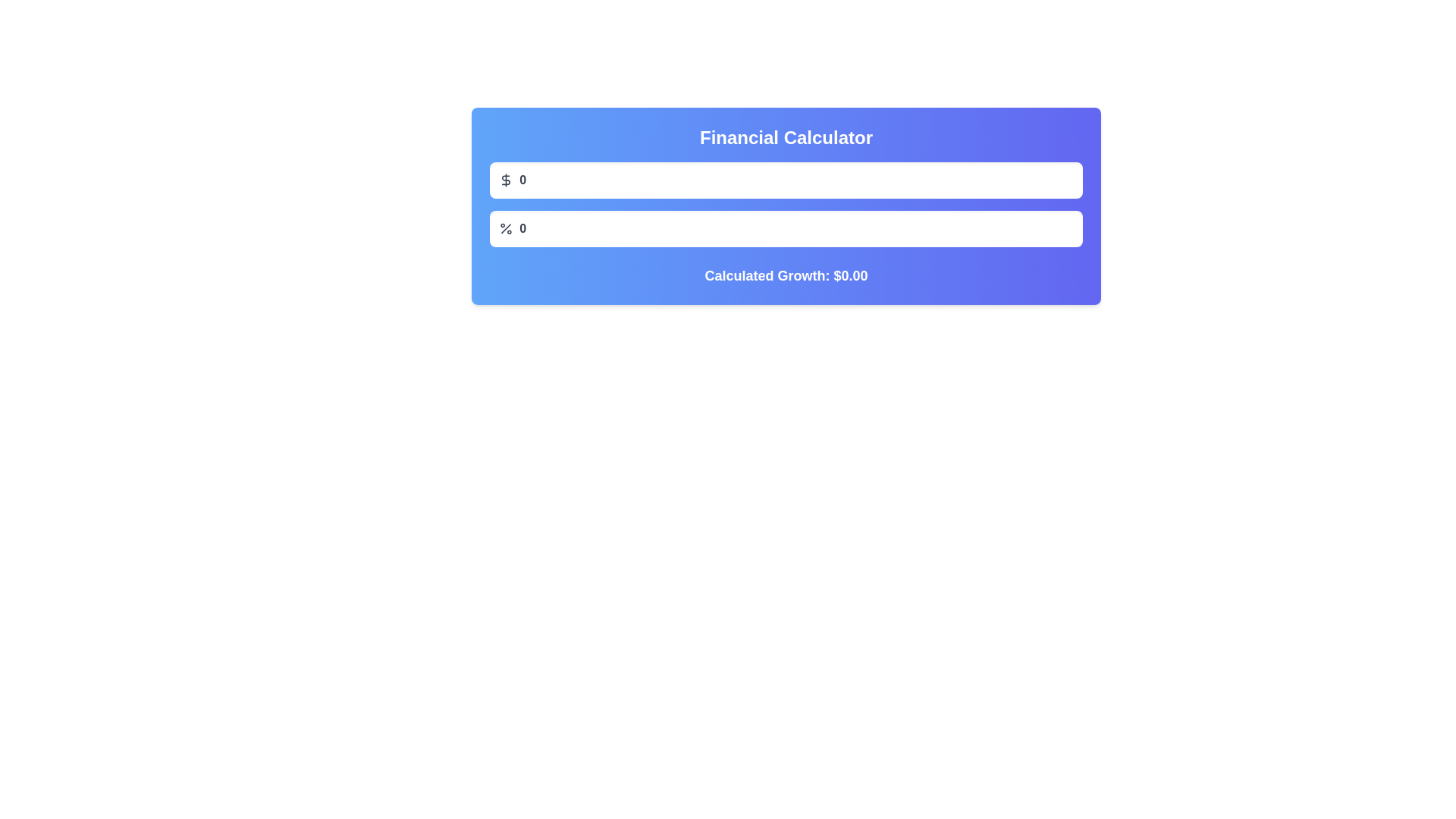  What do you see at coordinates (786, 275) in the screenshot?
I see `the text label displaying 'Calculated Growth: $0.00' in bold white font, located at the bottom of the 'Financial Calculator' card` at bounding box center [786, 275].